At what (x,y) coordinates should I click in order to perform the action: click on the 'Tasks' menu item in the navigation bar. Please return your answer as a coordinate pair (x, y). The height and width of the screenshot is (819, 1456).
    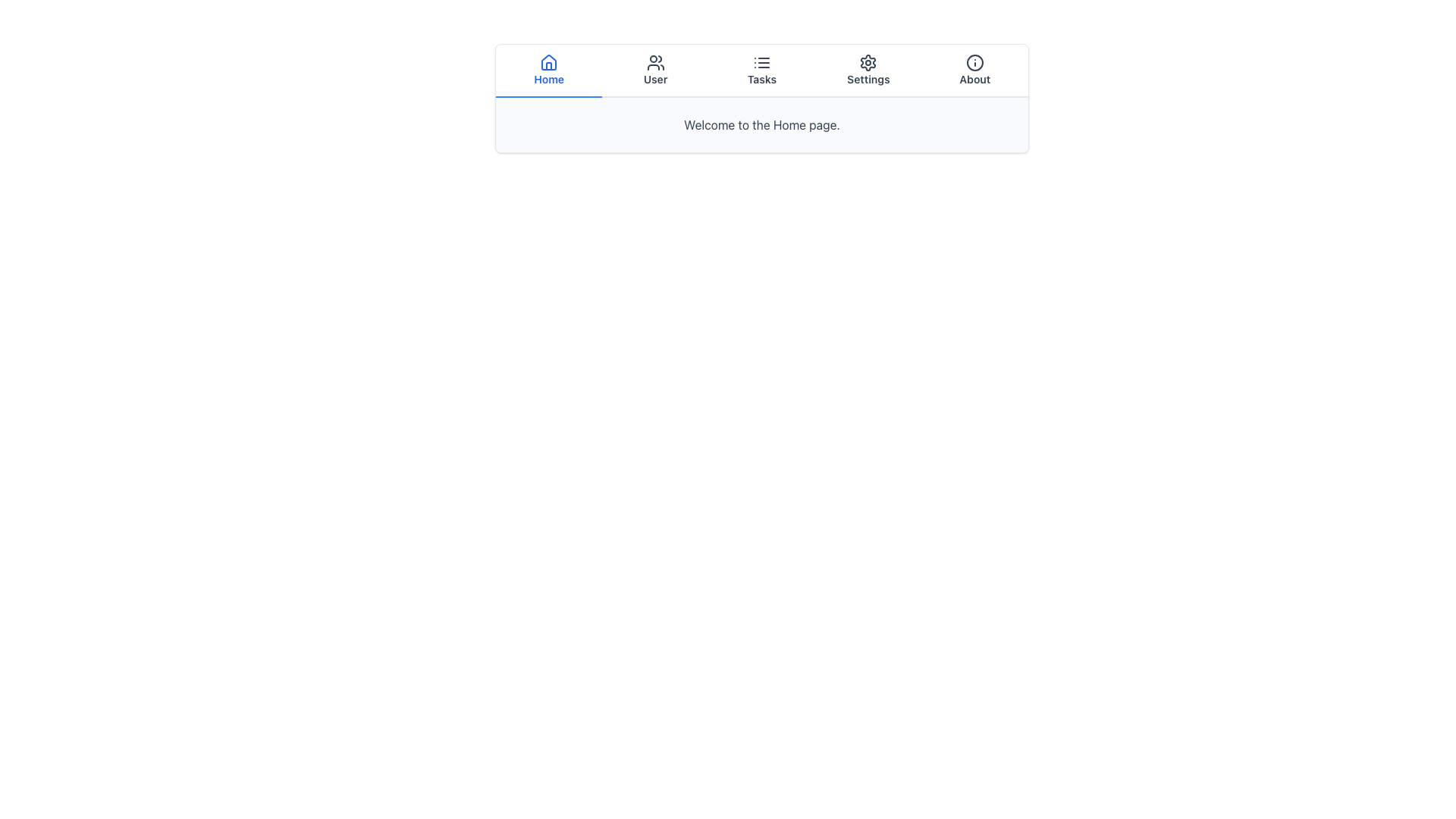
    Looking at the image, I should click on (761, 71).